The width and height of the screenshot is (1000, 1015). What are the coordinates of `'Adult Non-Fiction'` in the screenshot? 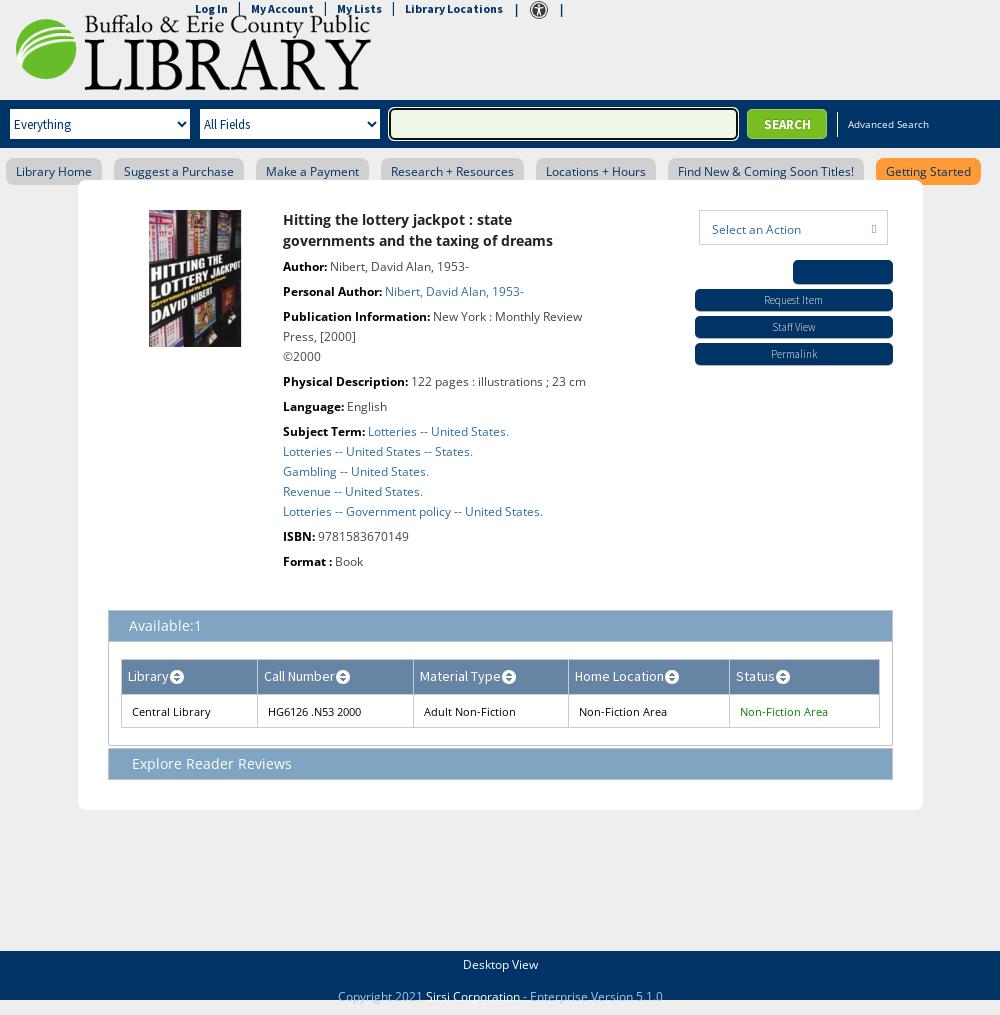 It's located at (469, 711).